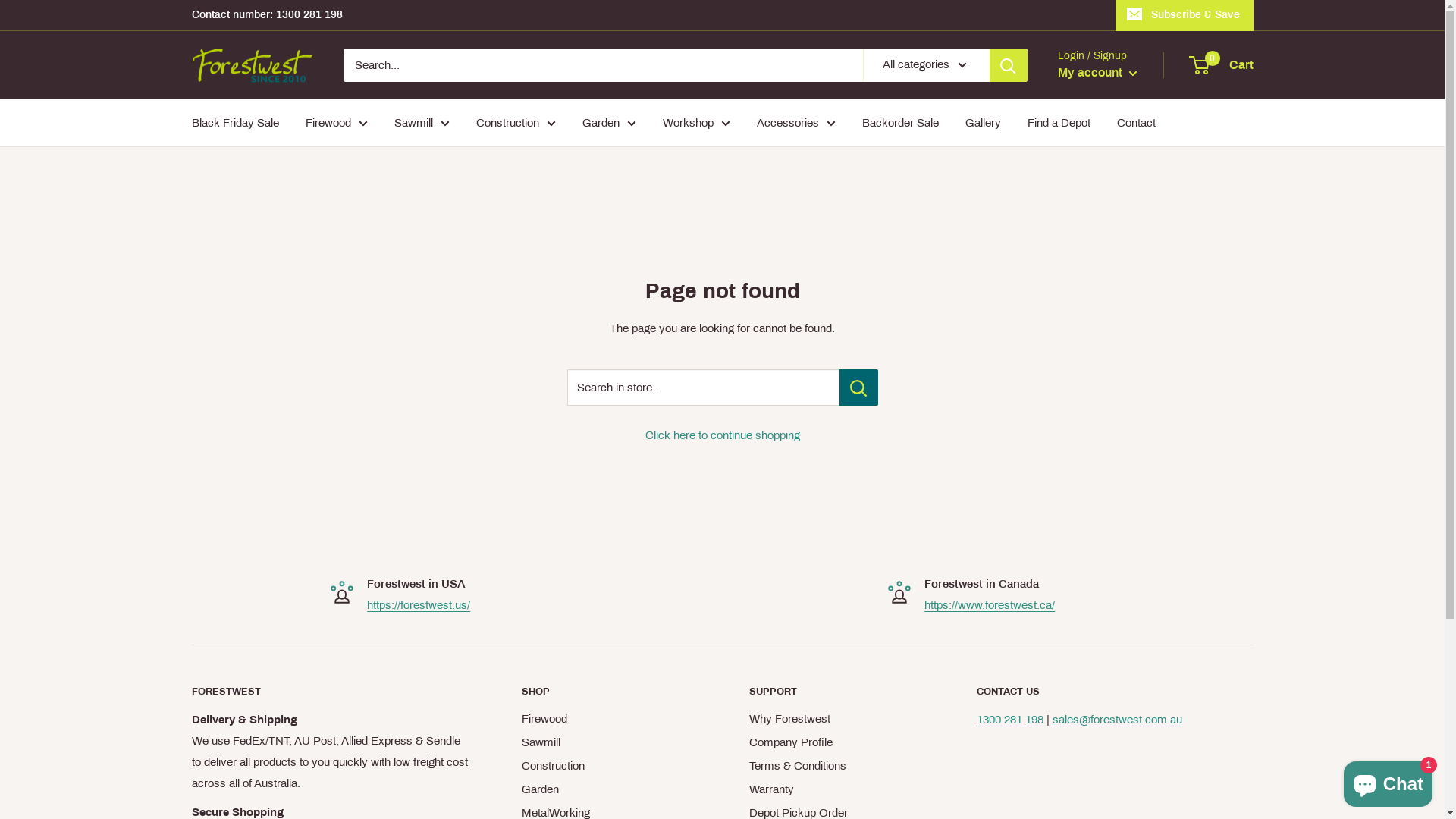 This screenshot has height=819, width=1456. I want to click on 'Accessories', so click(795, 122).